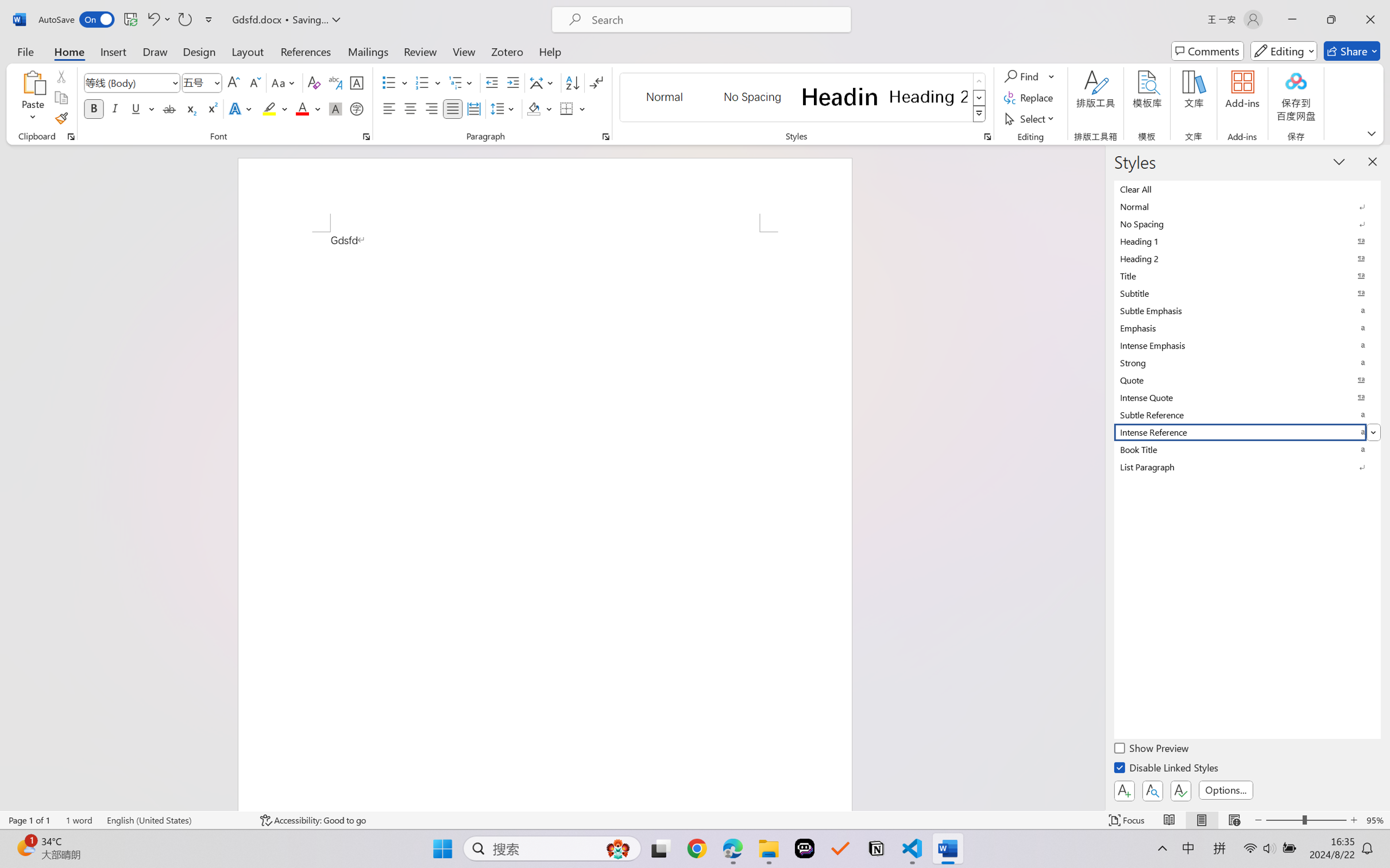 This screenshot has height=868, width=1390. I want to click on 'Replace...', so click(1029, 98).